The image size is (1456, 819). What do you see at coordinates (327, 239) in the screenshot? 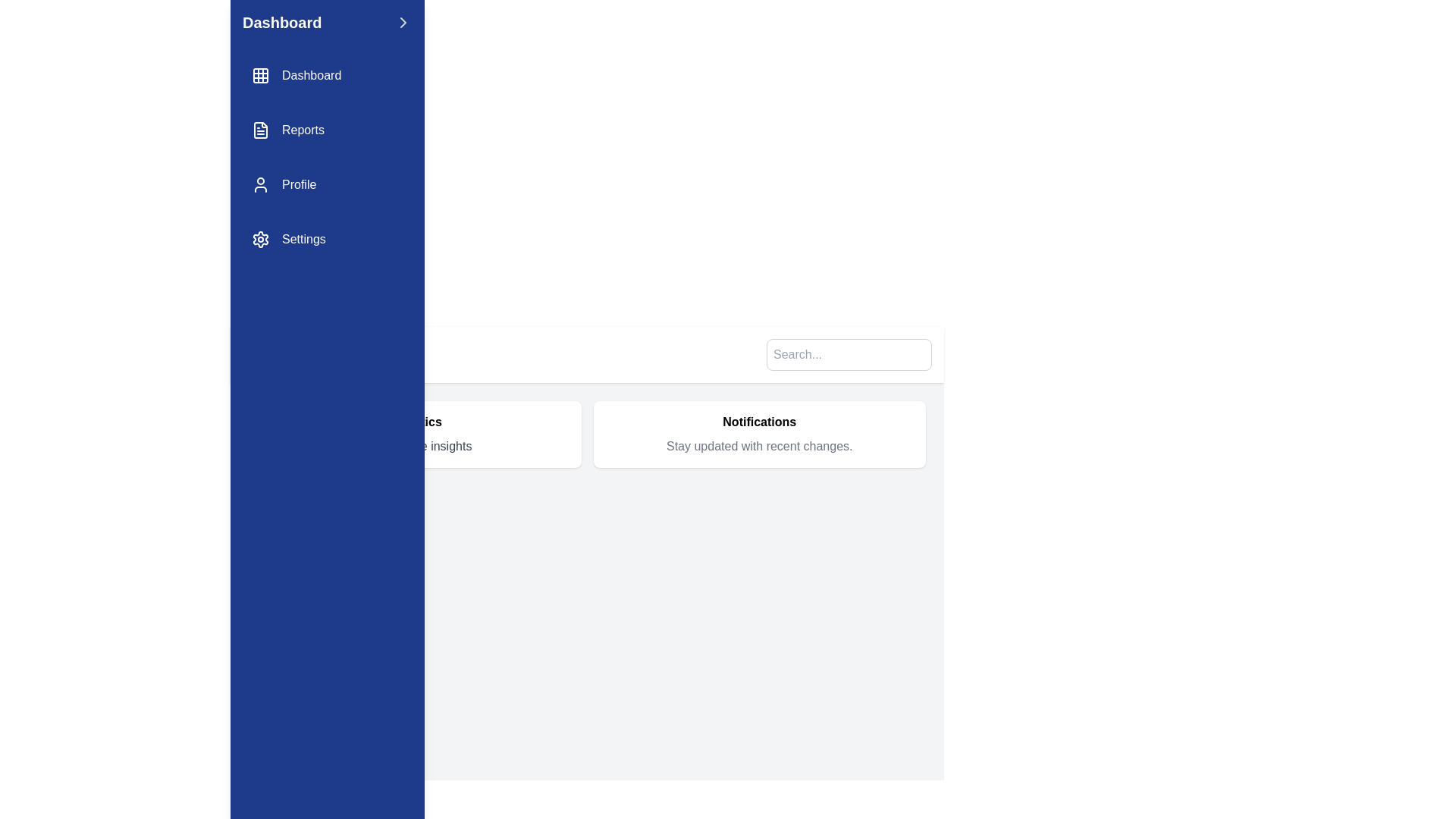
I see `the navigation link for settings, which is the fourth item in the vertical list on the left navigation menu, located below 'Profile'` at bounding box center [327, 239].